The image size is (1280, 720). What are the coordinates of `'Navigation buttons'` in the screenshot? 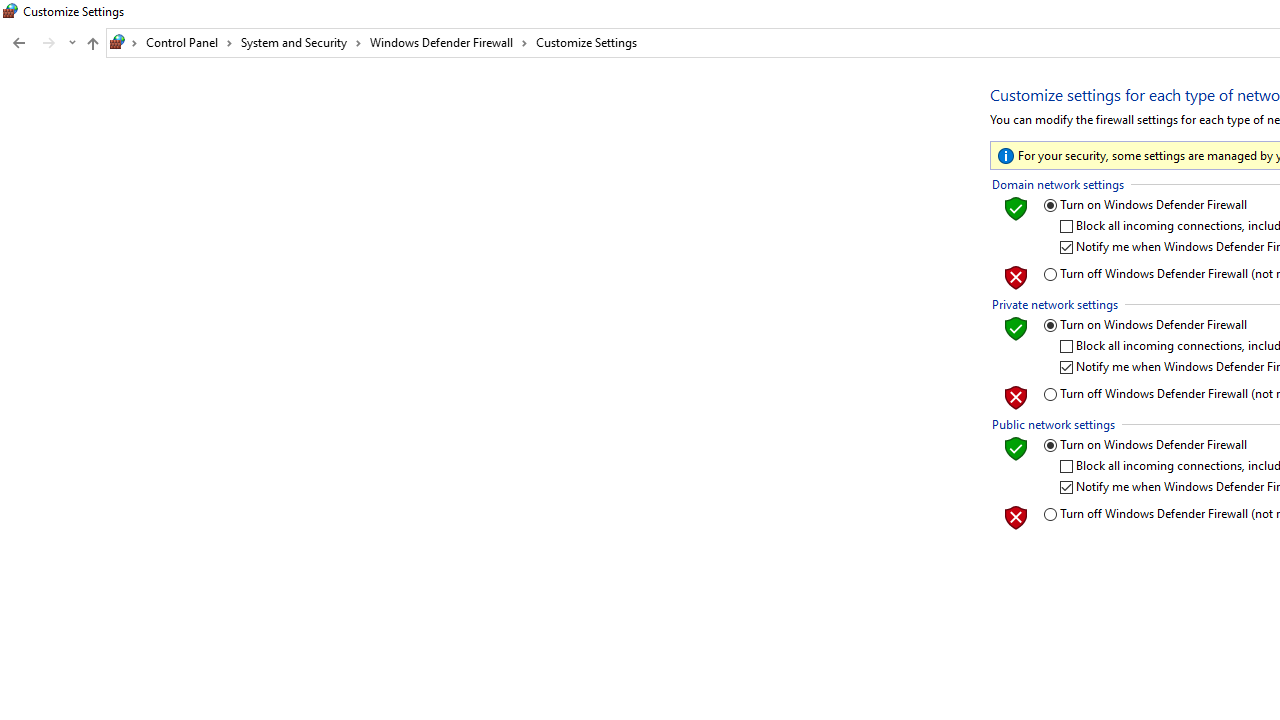 It's located at (42, 43).